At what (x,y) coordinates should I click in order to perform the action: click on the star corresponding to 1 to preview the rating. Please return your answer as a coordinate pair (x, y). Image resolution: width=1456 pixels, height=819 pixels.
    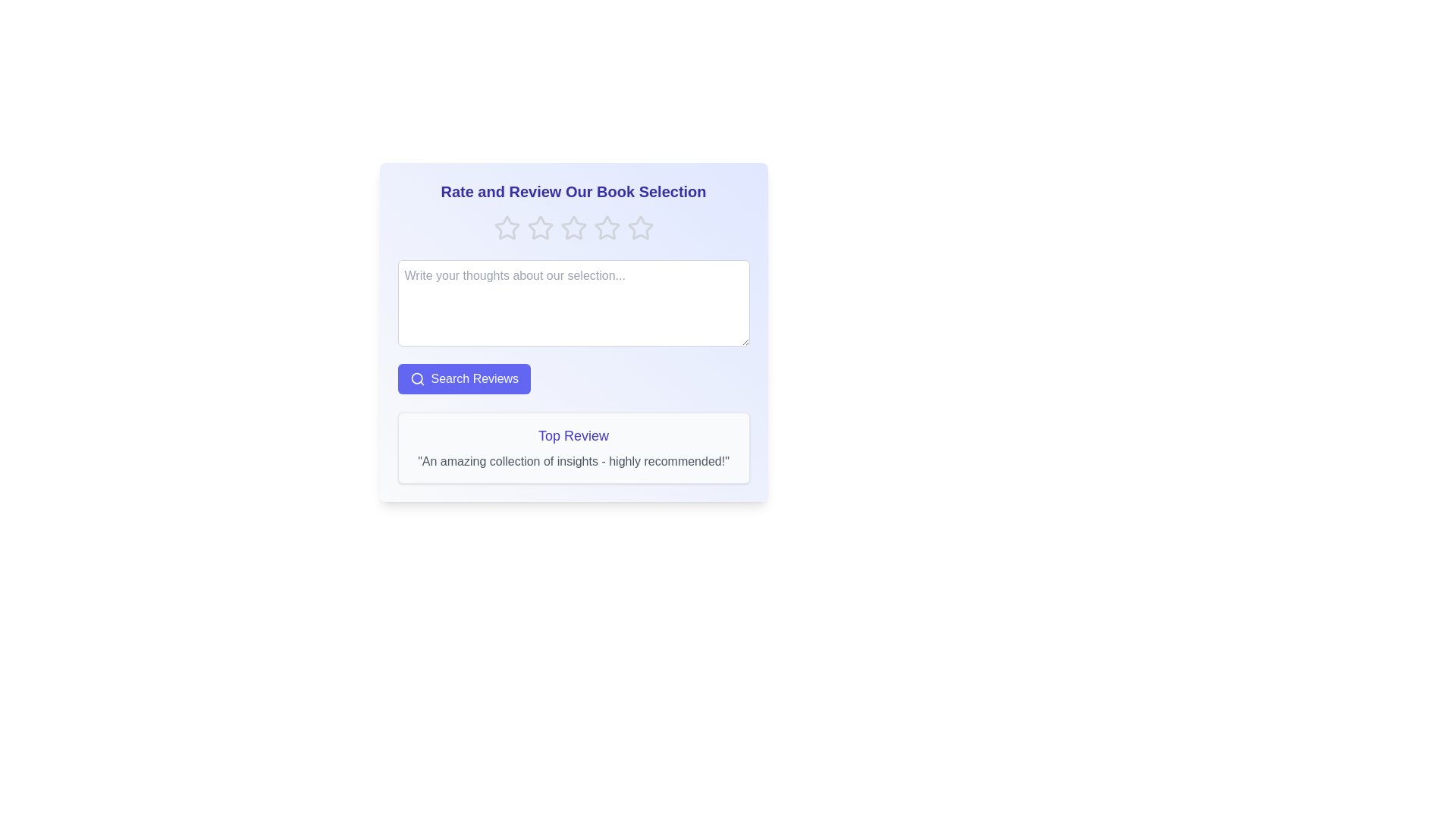
    Looking at the image, I should click on (507, 227).